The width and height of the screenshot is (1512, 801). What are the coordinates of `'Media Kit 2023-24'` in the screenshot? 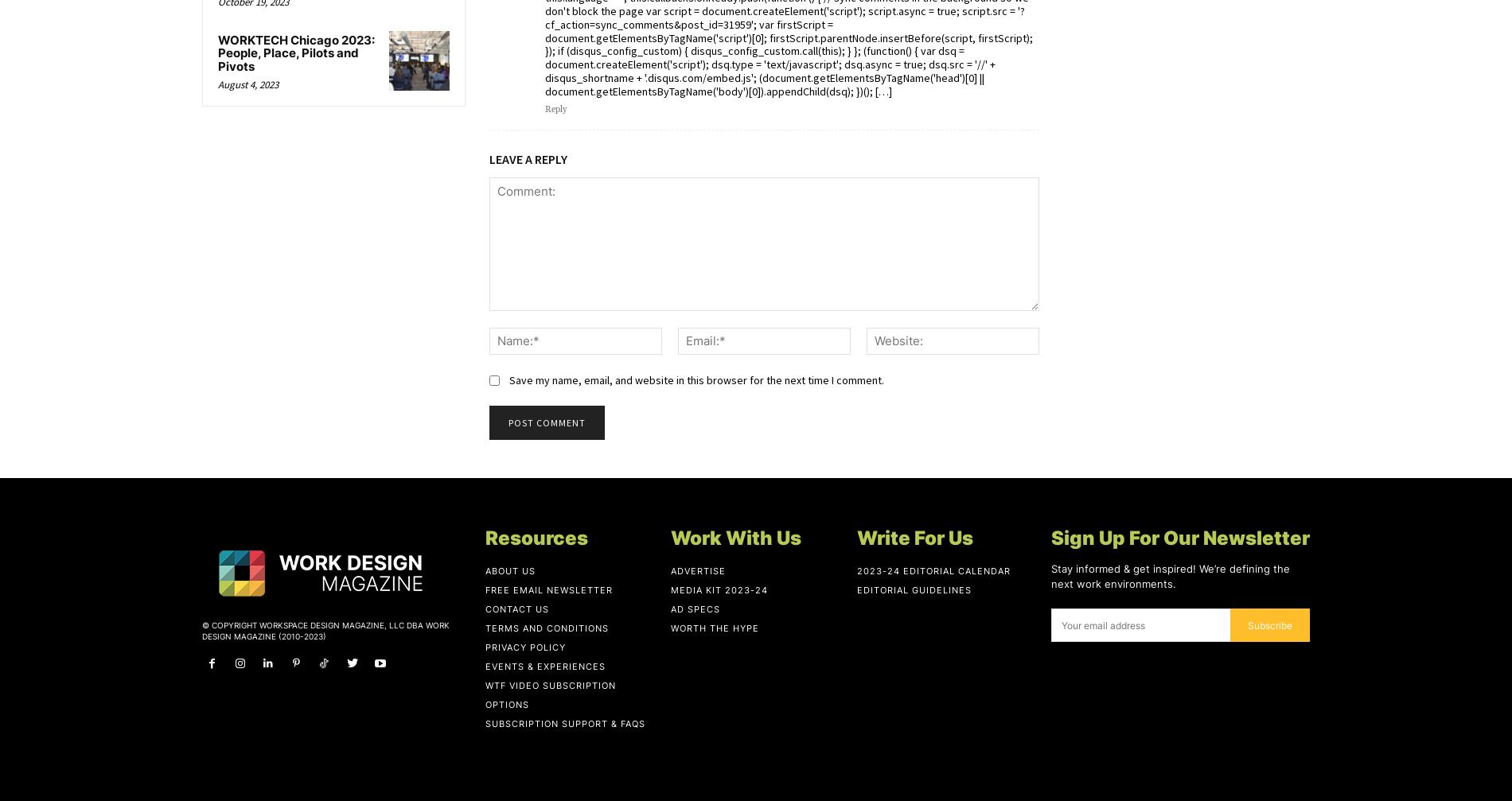 It's located at (719, 589).